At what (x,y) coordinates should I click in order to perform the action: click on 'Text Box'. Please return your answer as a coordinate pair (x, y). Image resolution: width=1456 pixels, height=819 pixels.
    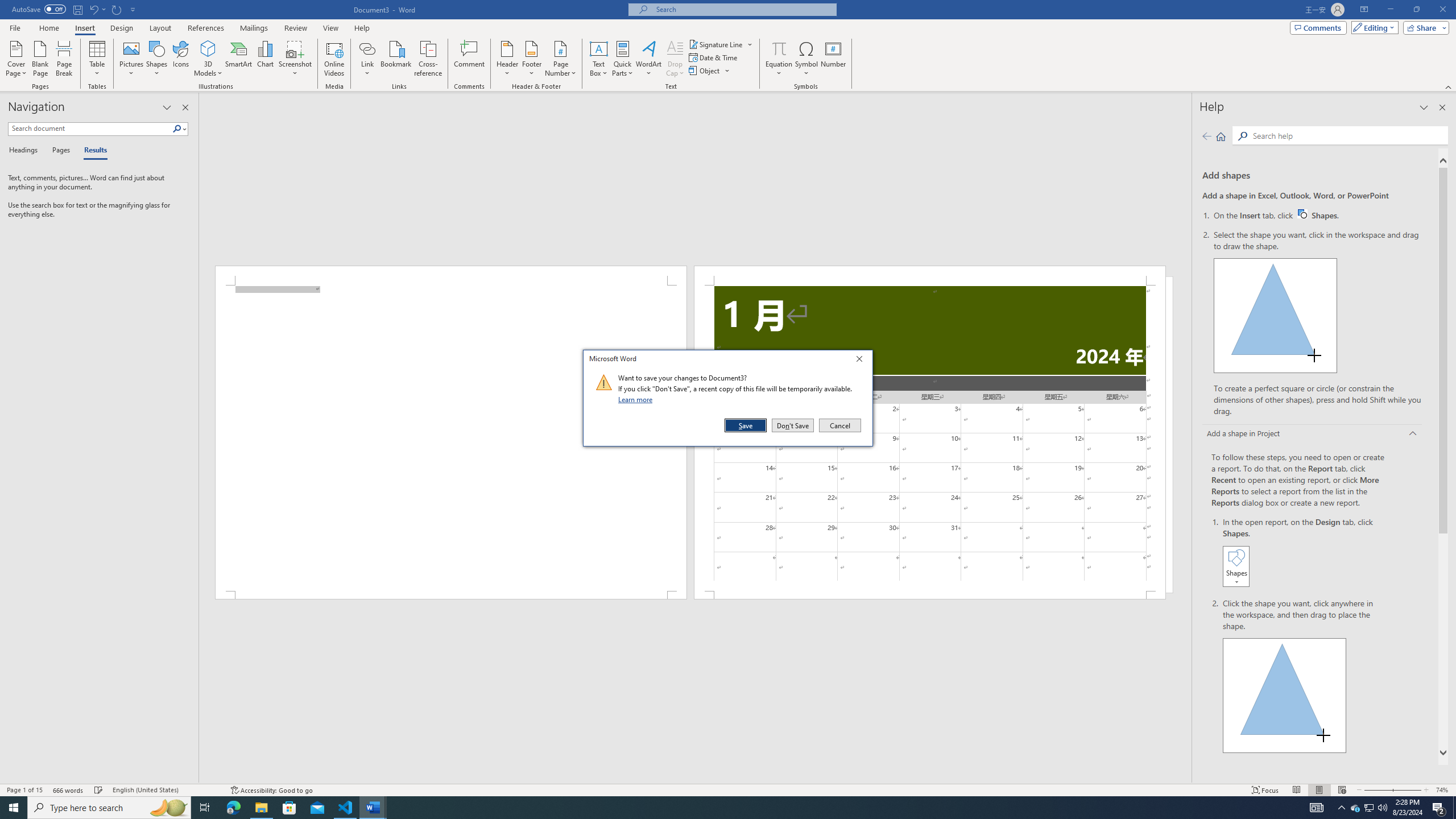
    Looking at the image, I should click on (598, 59).